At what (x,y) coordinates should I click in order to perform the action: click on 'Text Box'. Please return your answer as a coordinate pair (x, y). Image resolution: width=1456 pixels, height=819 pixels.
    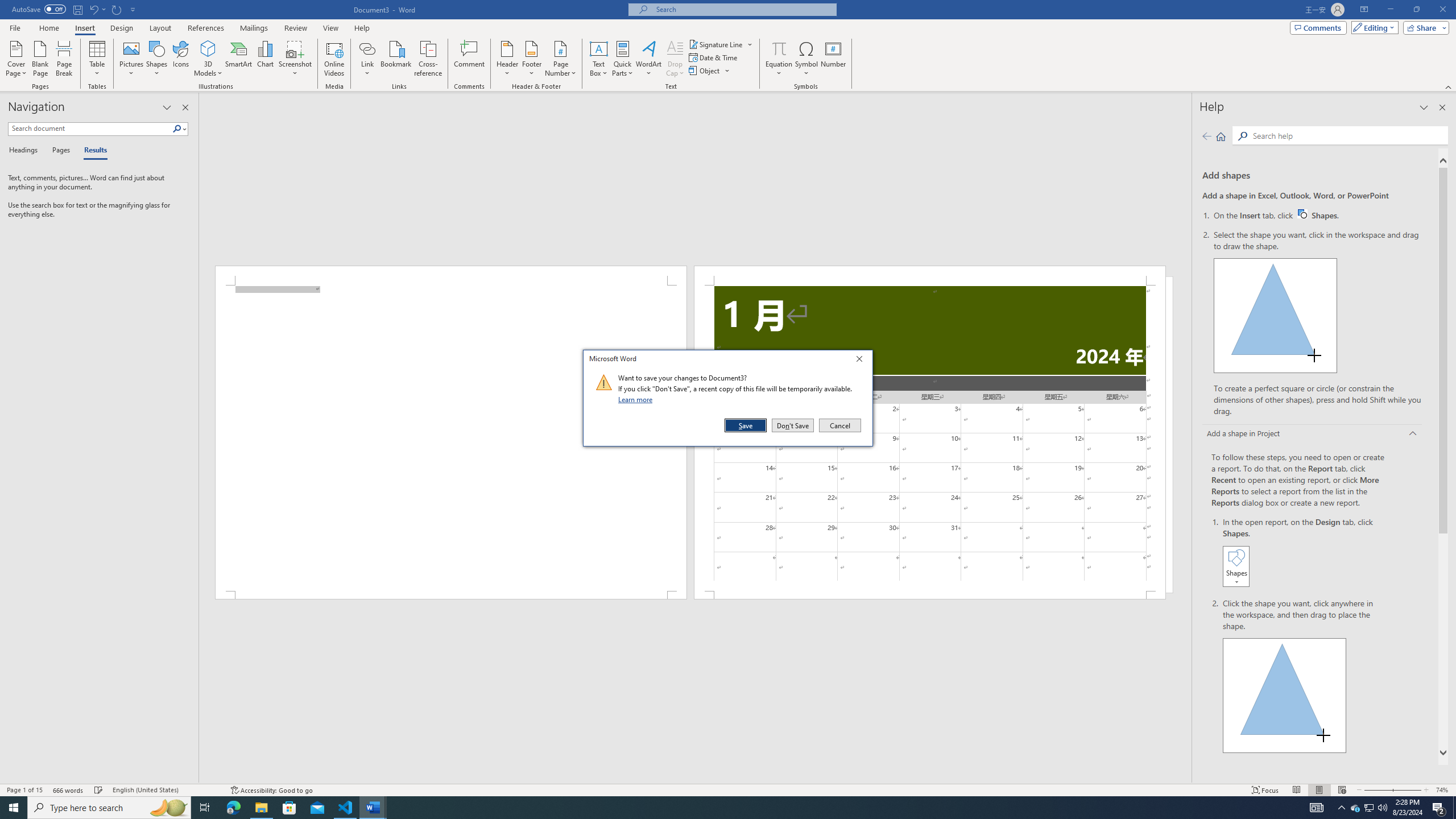
    Looking at the image, I should click on (598, 59).